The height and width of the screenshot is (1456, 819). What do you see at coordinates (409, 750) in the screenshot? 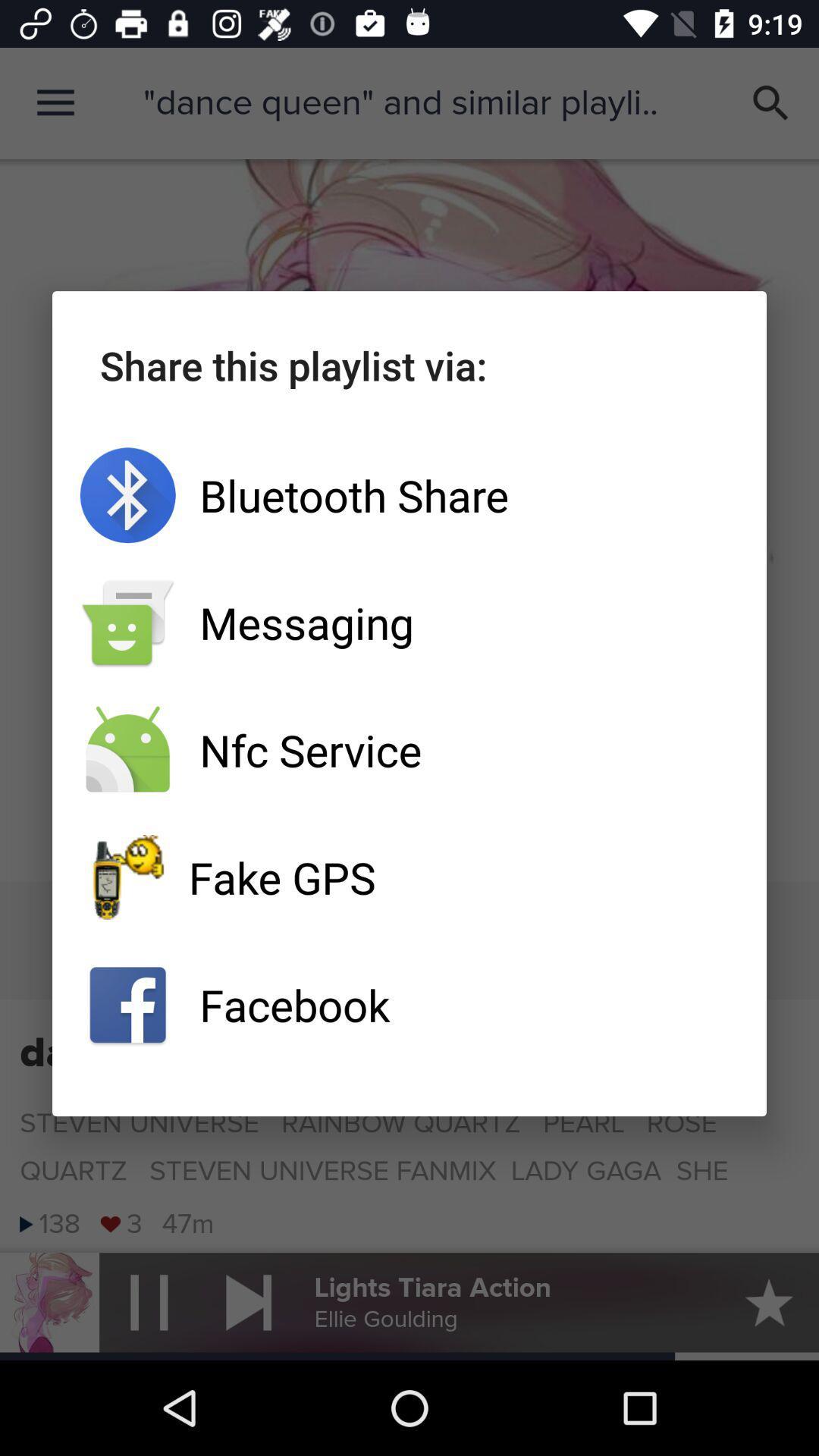
I see `app above fake gps app` at bounding box center [409, 750].